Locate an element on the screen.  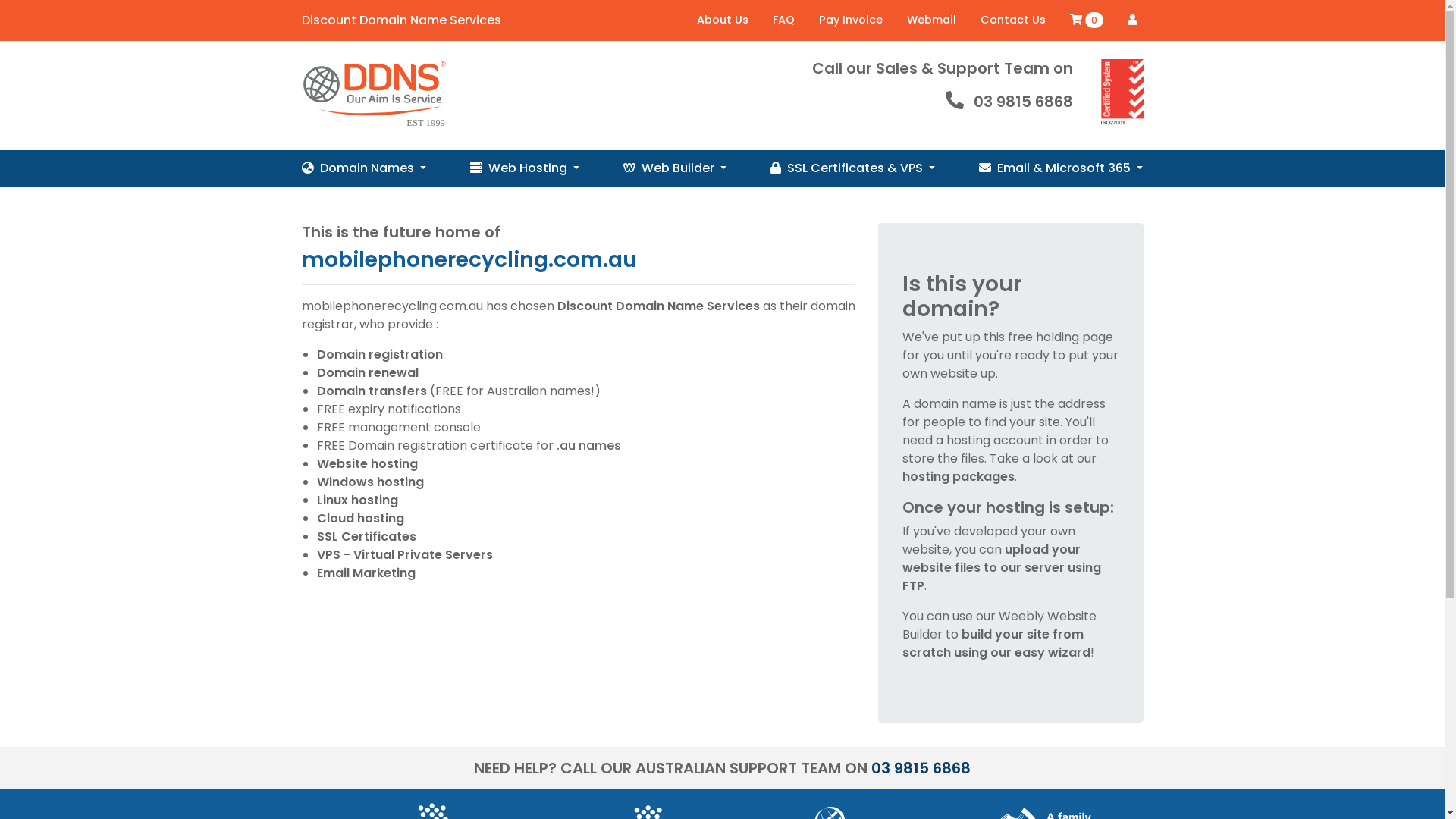
'VPS - Virtual Private Servers' is located at coordinates (404, 554).